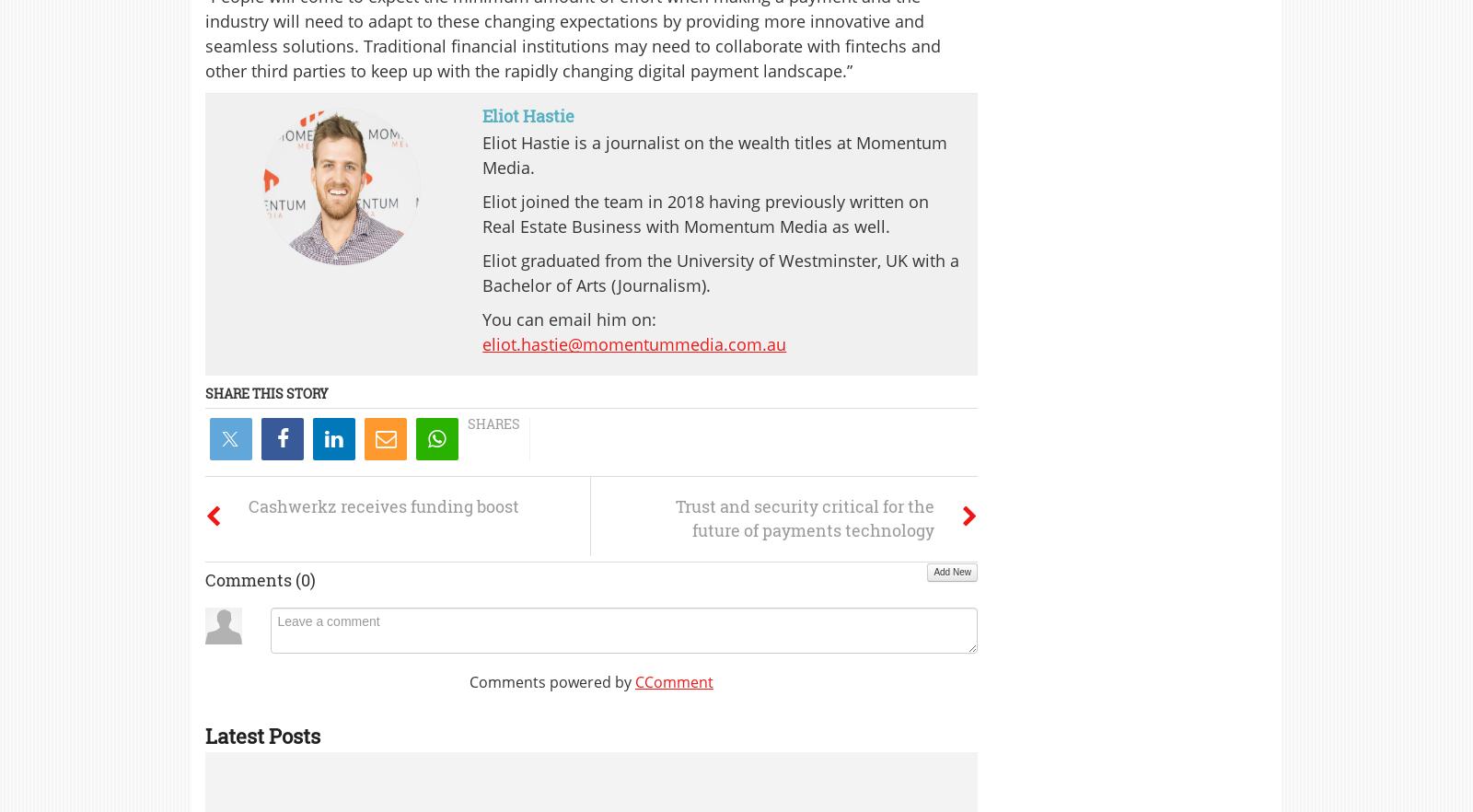  What do you see at coordinates (493, 423) in the screenshot?
I see `'SHARES'` at bounding box center [493, 423].